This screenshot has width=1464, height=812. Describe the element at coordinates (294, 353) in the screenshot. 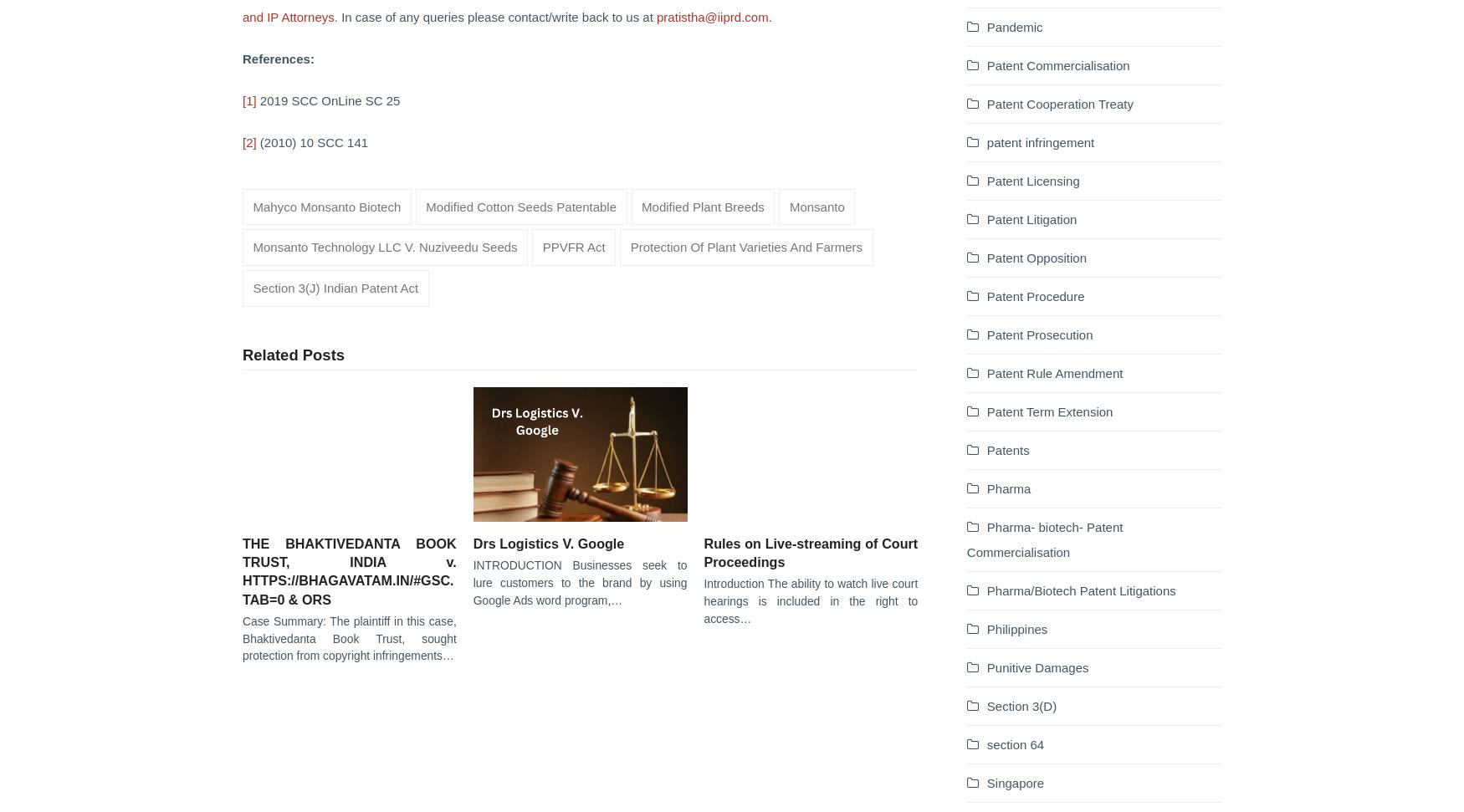

I see `'Related Posts'` at that location.